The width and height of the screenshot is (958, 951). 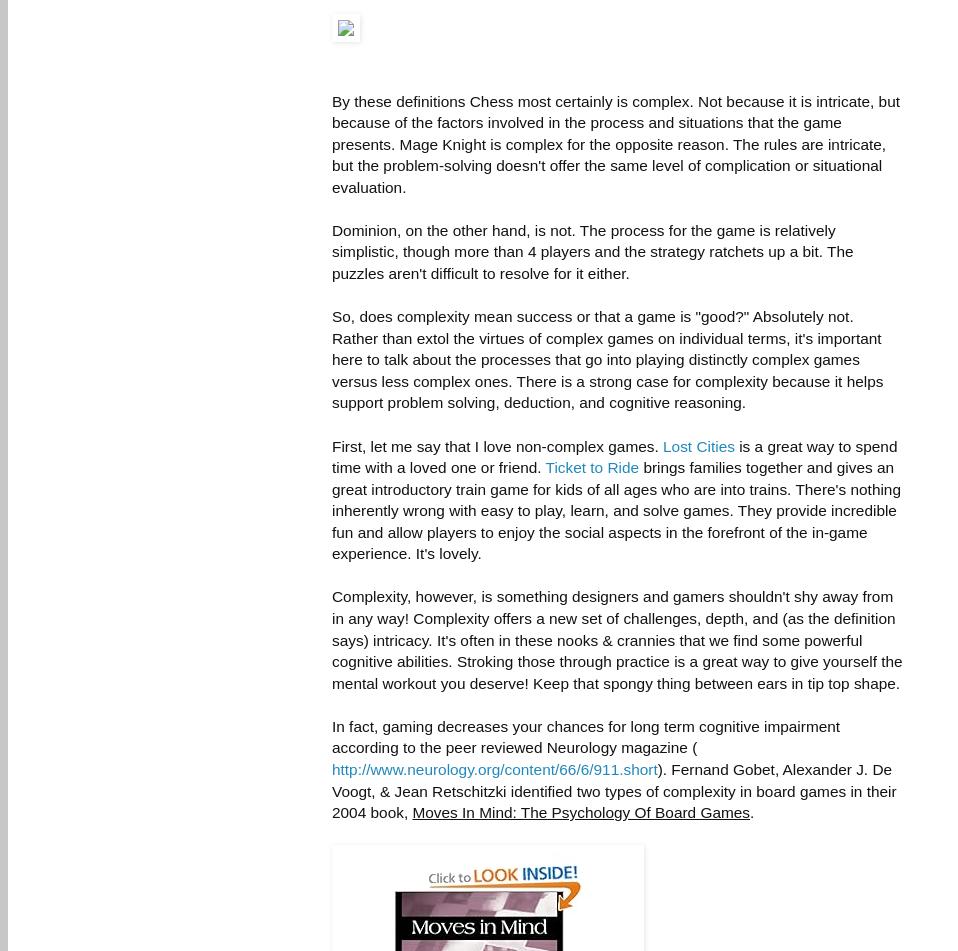 I want to click on ').   Fernand Gobet, Alexander J. De Voogt, & Jean Retschitzki  identified two types of complexity in board games in their 2004 book,', so click(x=613, y=789).